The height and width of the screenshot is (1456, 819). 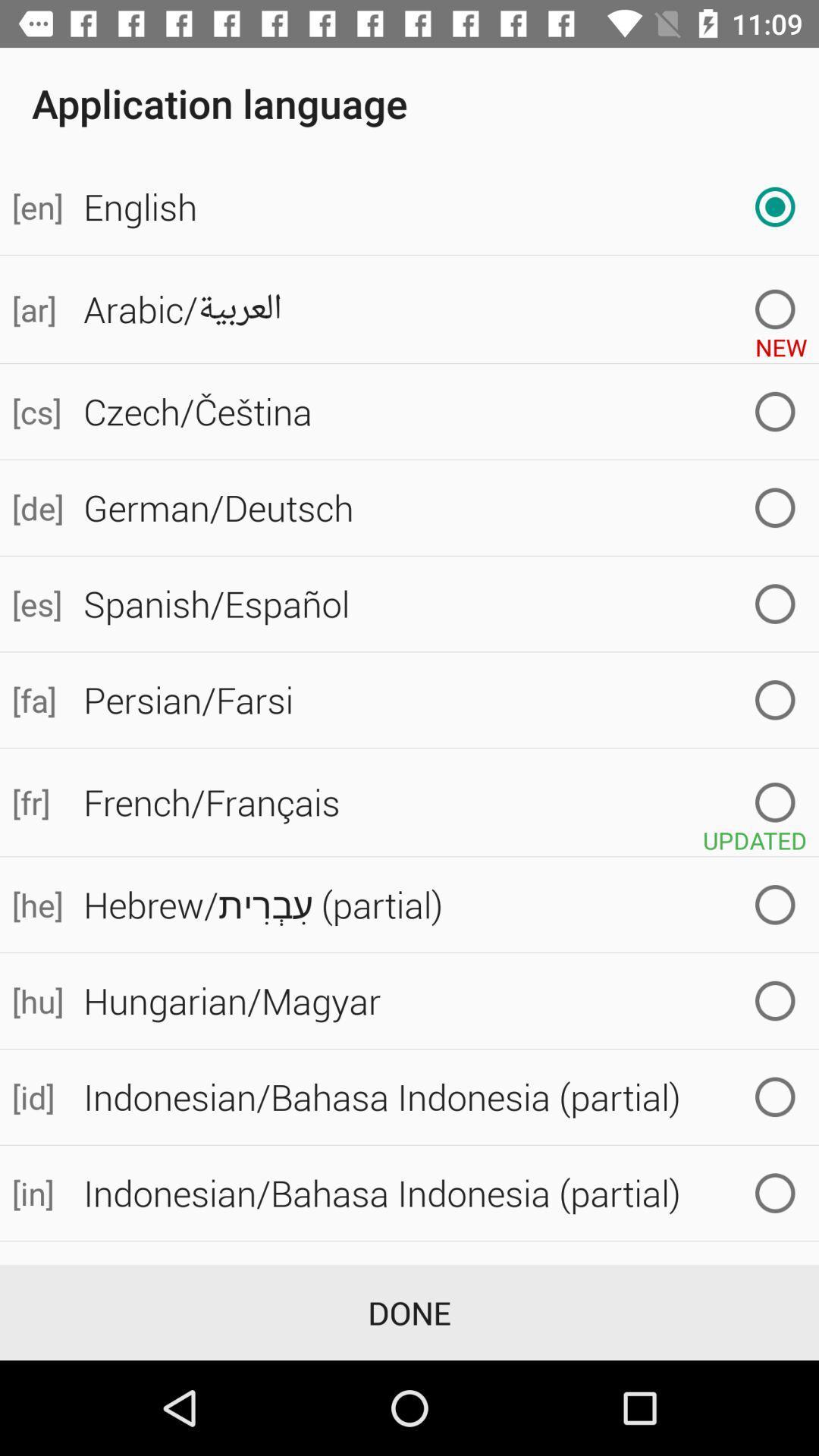 What do you see at coordinates (444, 1261) in the screenshot?
I see `italian/italiano icon` at bounding box center [444, 1261].